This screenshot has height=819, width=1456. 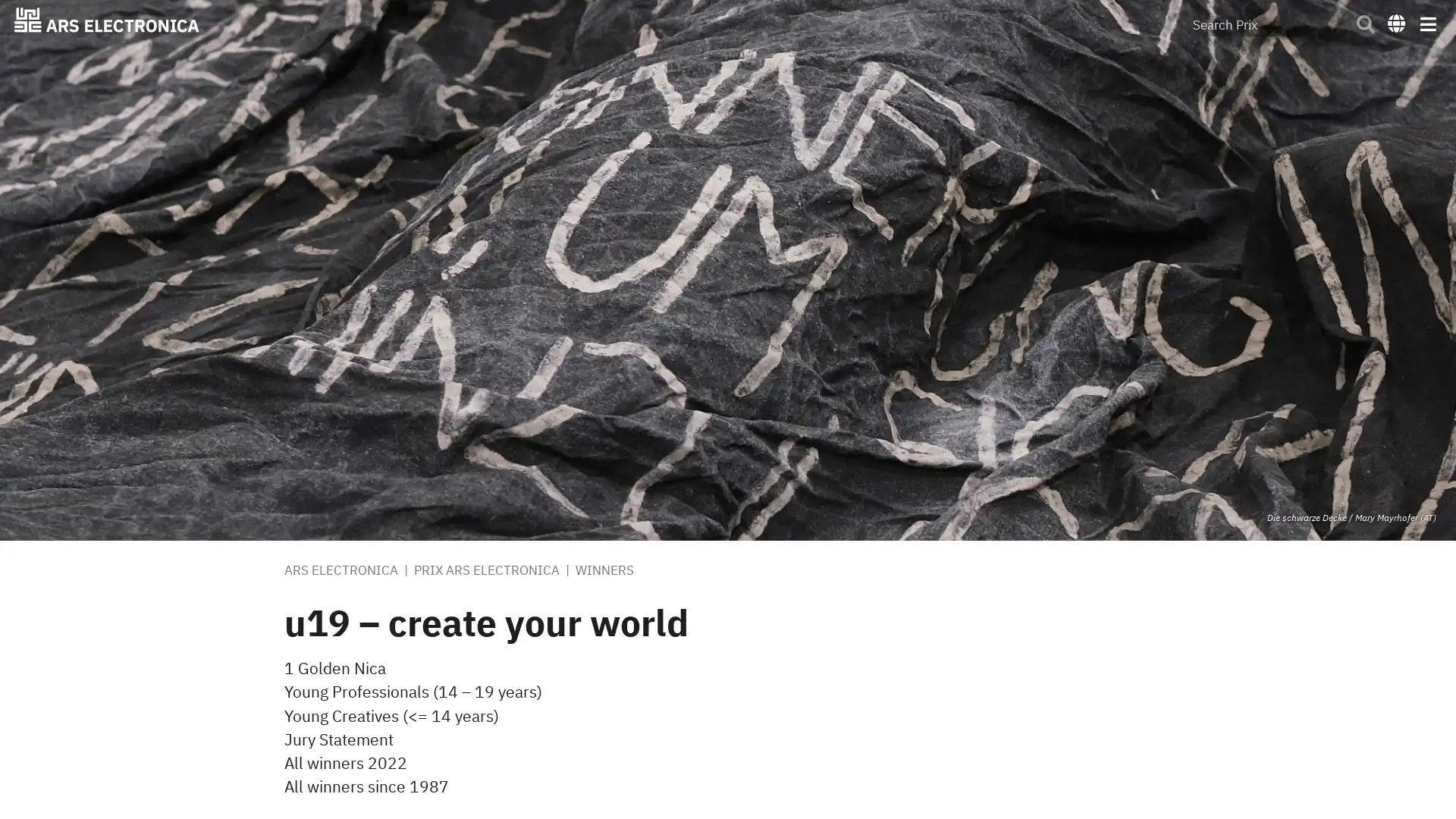 I want to click on Toggle navigation, so click(x=1426, y=23).